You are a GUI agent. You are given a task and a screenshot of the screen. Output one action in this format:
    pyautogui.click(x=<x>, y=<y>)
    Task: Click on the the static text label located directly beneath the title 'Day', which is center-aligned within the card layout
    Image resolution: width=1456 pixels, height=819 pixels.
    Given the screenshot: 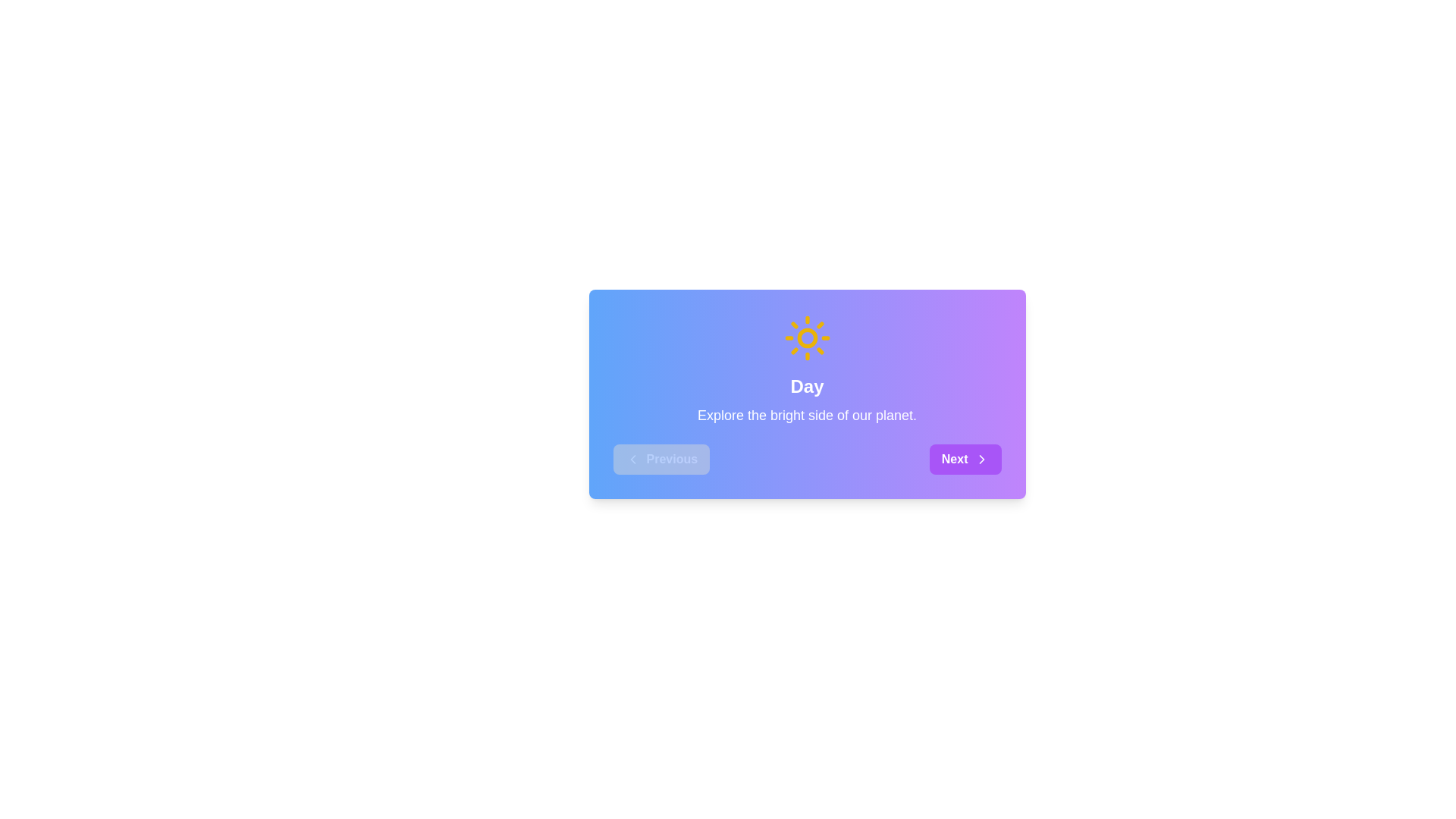 What is the action you would take?
    pyautogui.click(x=806, y=415)
    